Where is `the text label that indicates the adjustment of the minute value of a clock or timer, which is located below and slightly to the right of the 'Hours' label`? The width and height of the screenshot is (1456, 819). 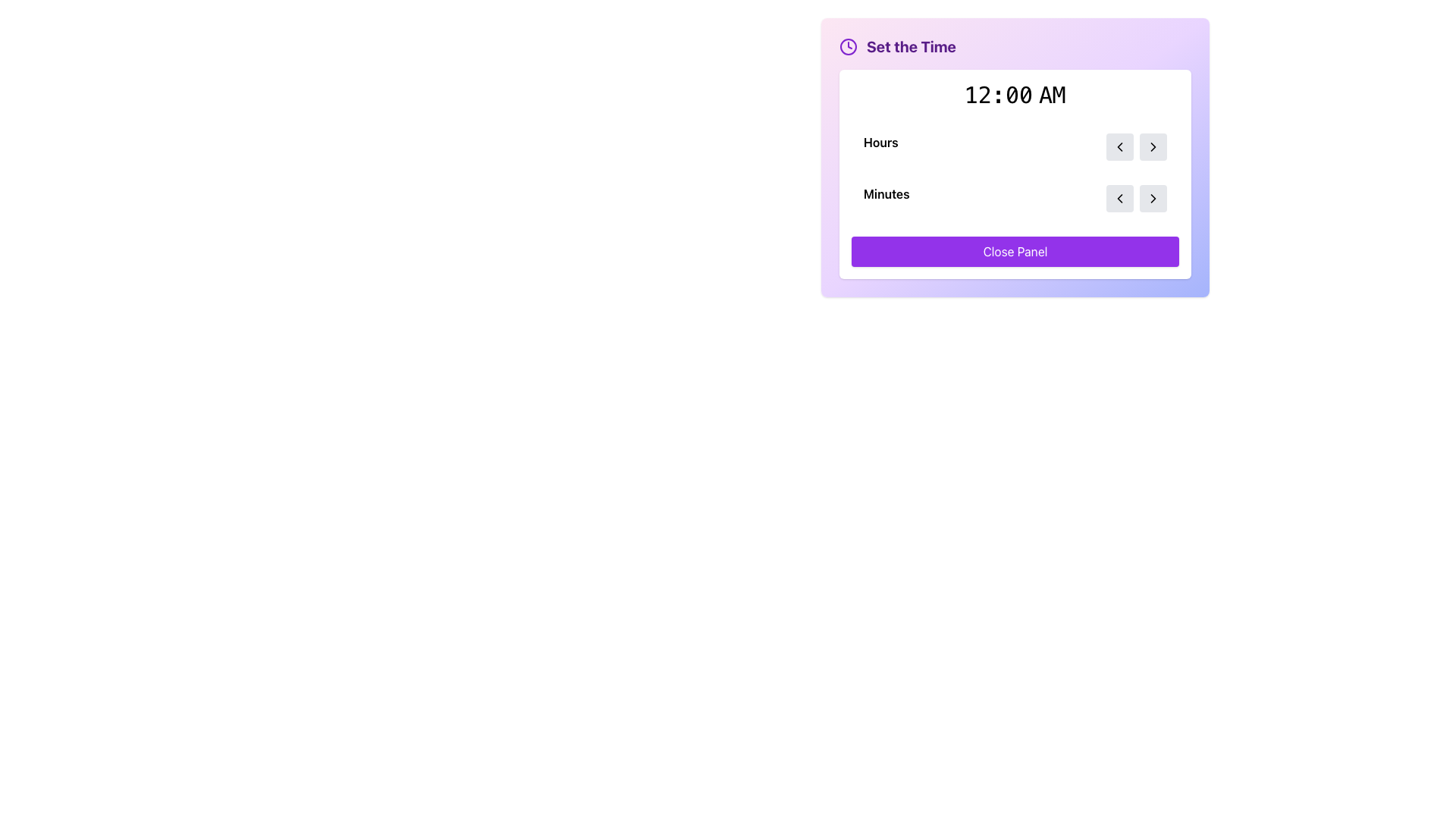 the text label that indicates the adjustment of the minute value of a clock or timer, which is located below and slightly to the right of the 'Hours' label is located at coordinates (886, 198).